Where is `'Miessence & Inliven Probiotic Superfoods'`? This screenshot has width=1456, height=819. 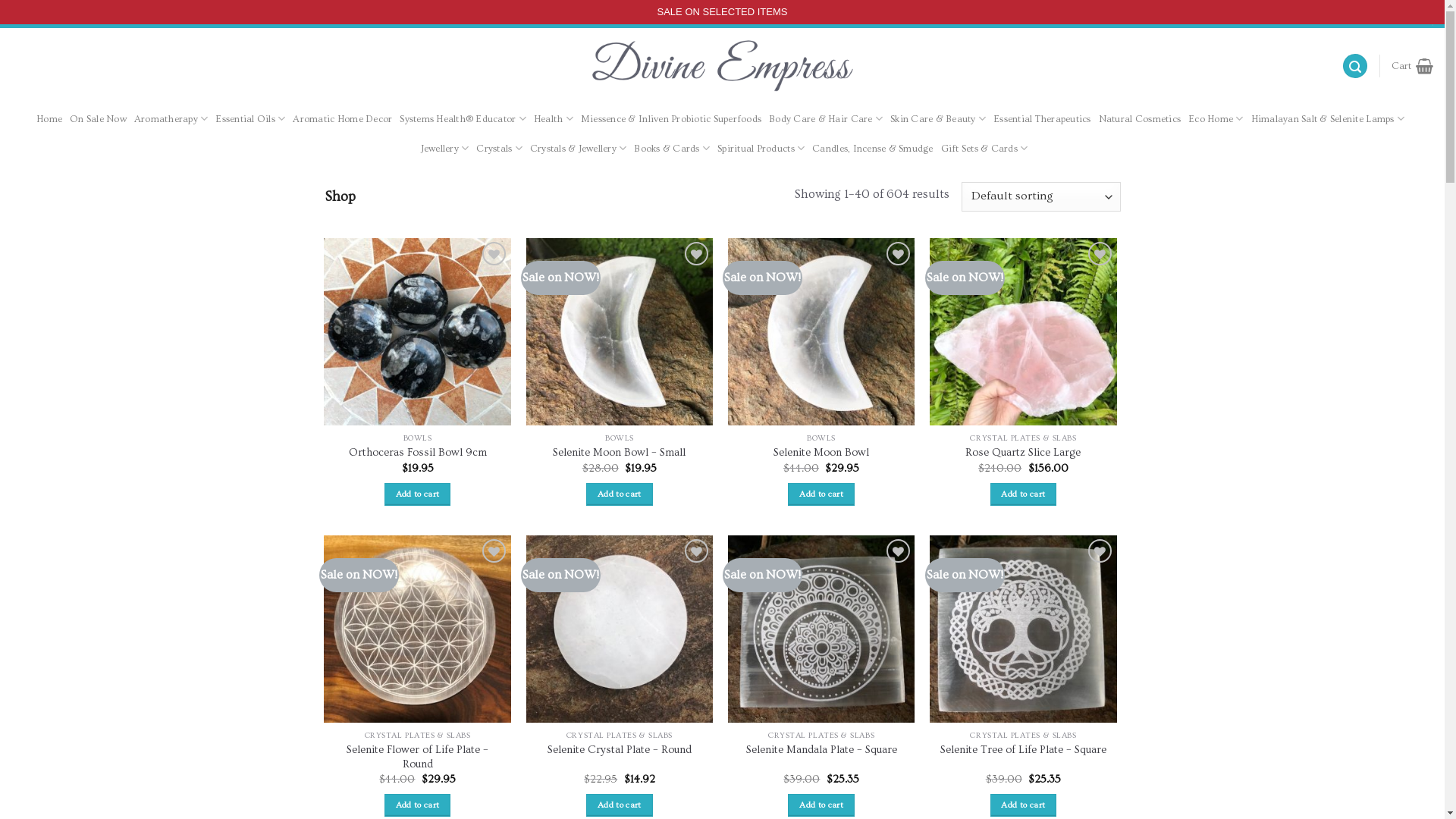
'Miessence & Inliven Probiotic Superfoods' is located at coordinates (670, 118).